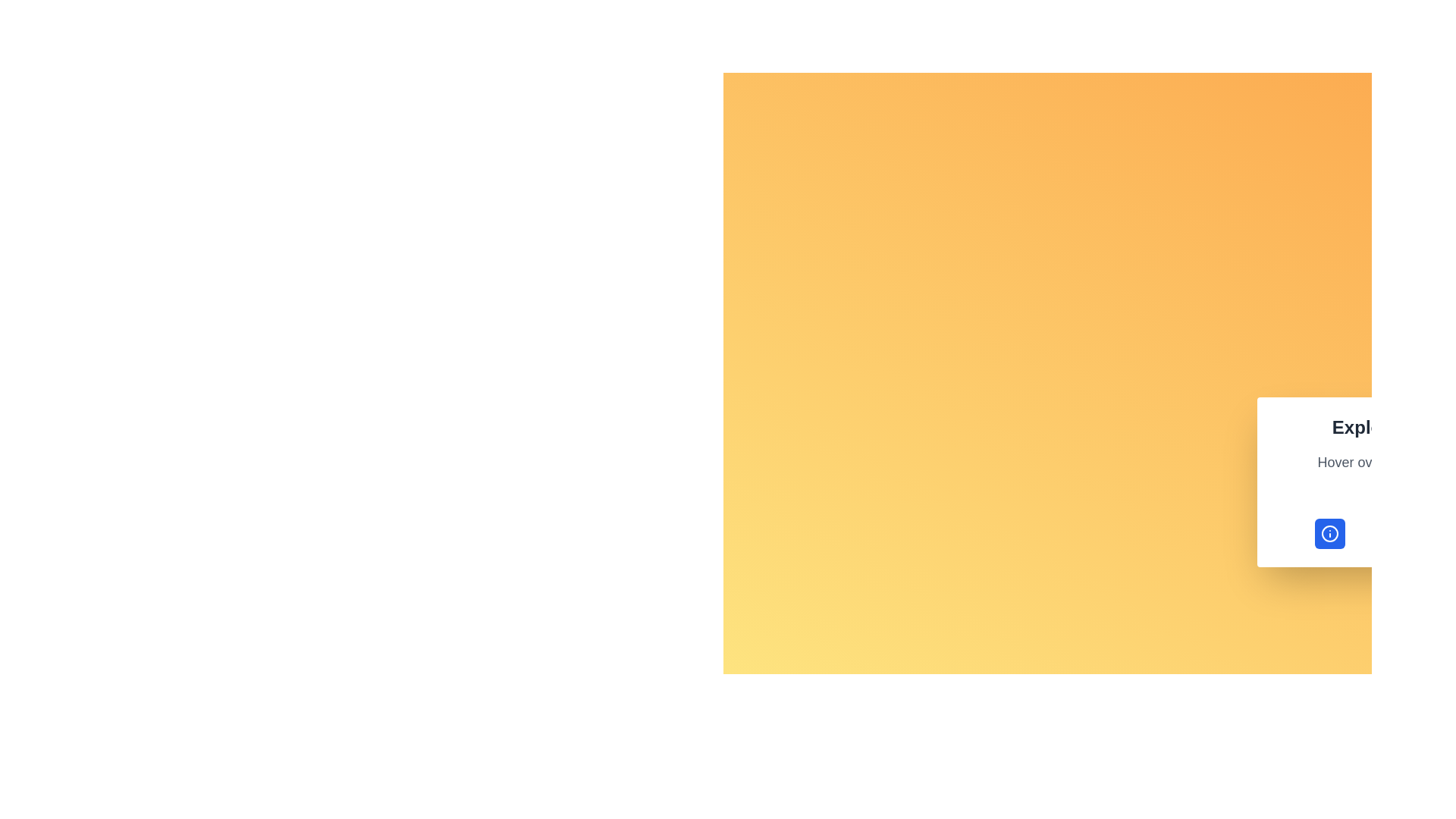 The height and width of the screenshot is (819, 1456). I want to click on the information vector icon located at the lower right side of the user interface, which is styled to represent information and serves as an interactive button, so click(1329, 533).